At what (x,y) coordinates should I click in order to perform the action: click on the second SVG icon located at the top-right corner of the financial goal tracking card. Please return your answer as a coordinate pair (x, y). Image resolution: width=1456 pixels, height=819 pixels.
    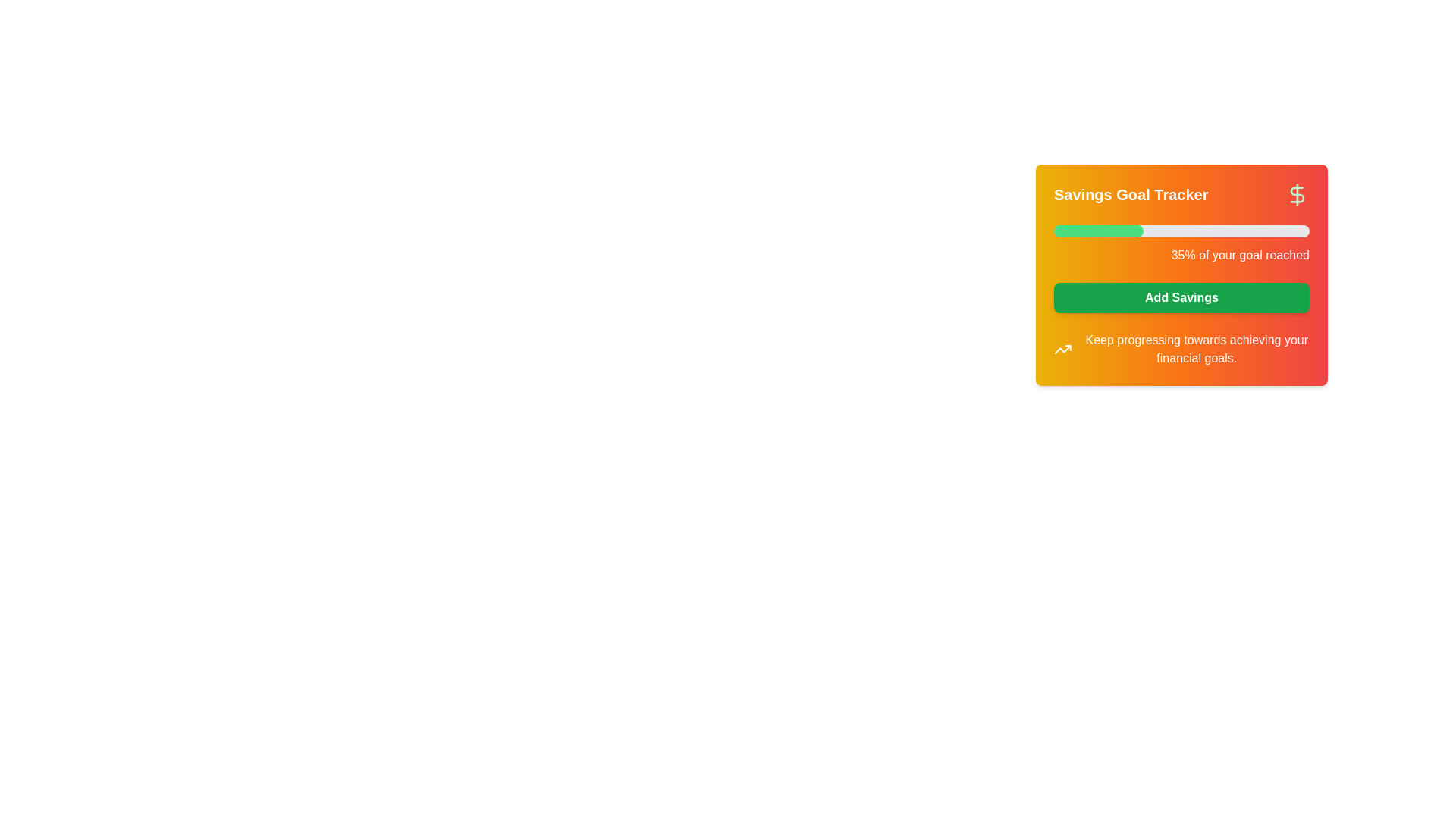
    Looking at the image, I should click on (1296, 194).